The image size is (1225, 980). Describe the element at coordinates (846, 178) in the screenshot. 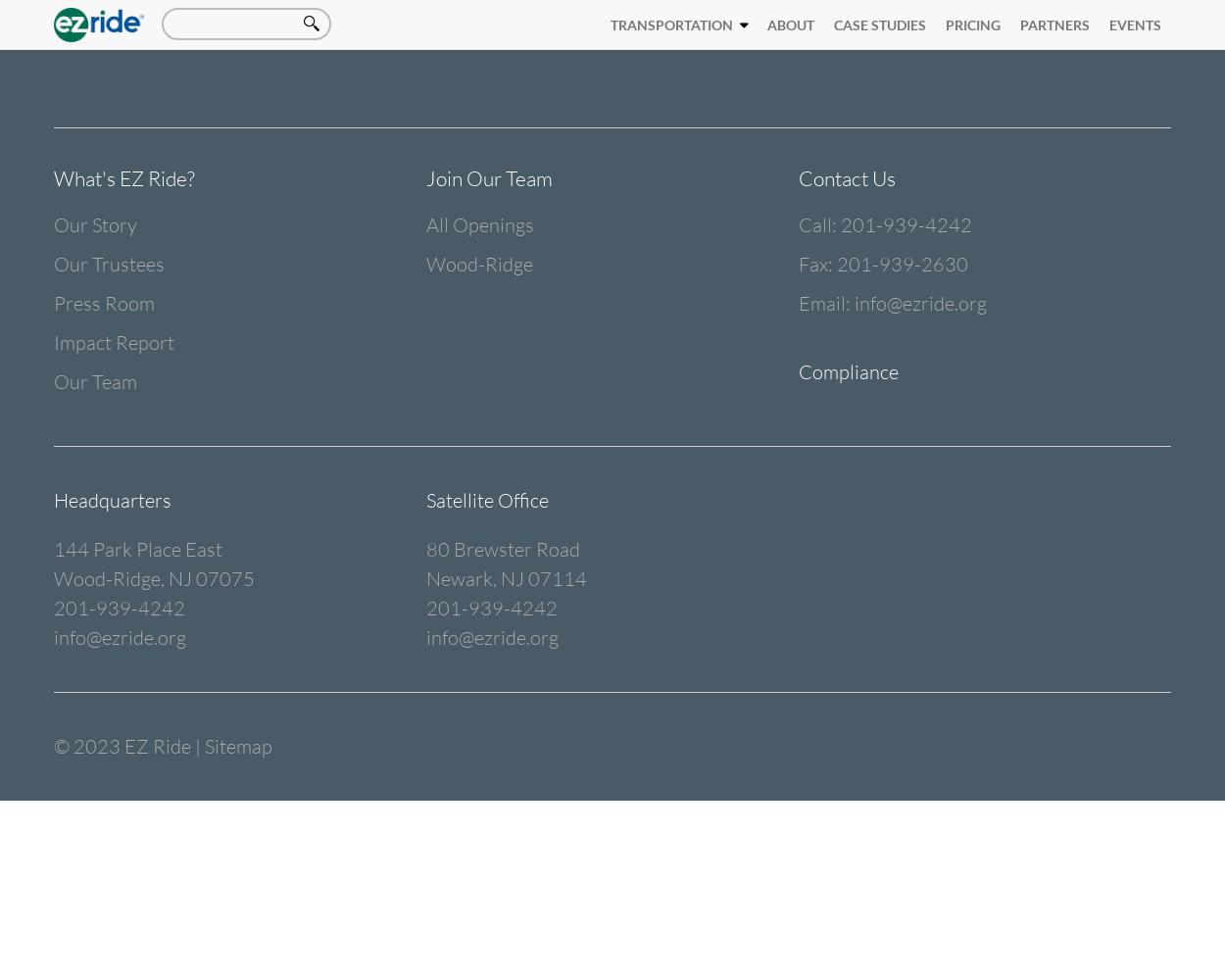

I see `'Contact Us'` at that location.